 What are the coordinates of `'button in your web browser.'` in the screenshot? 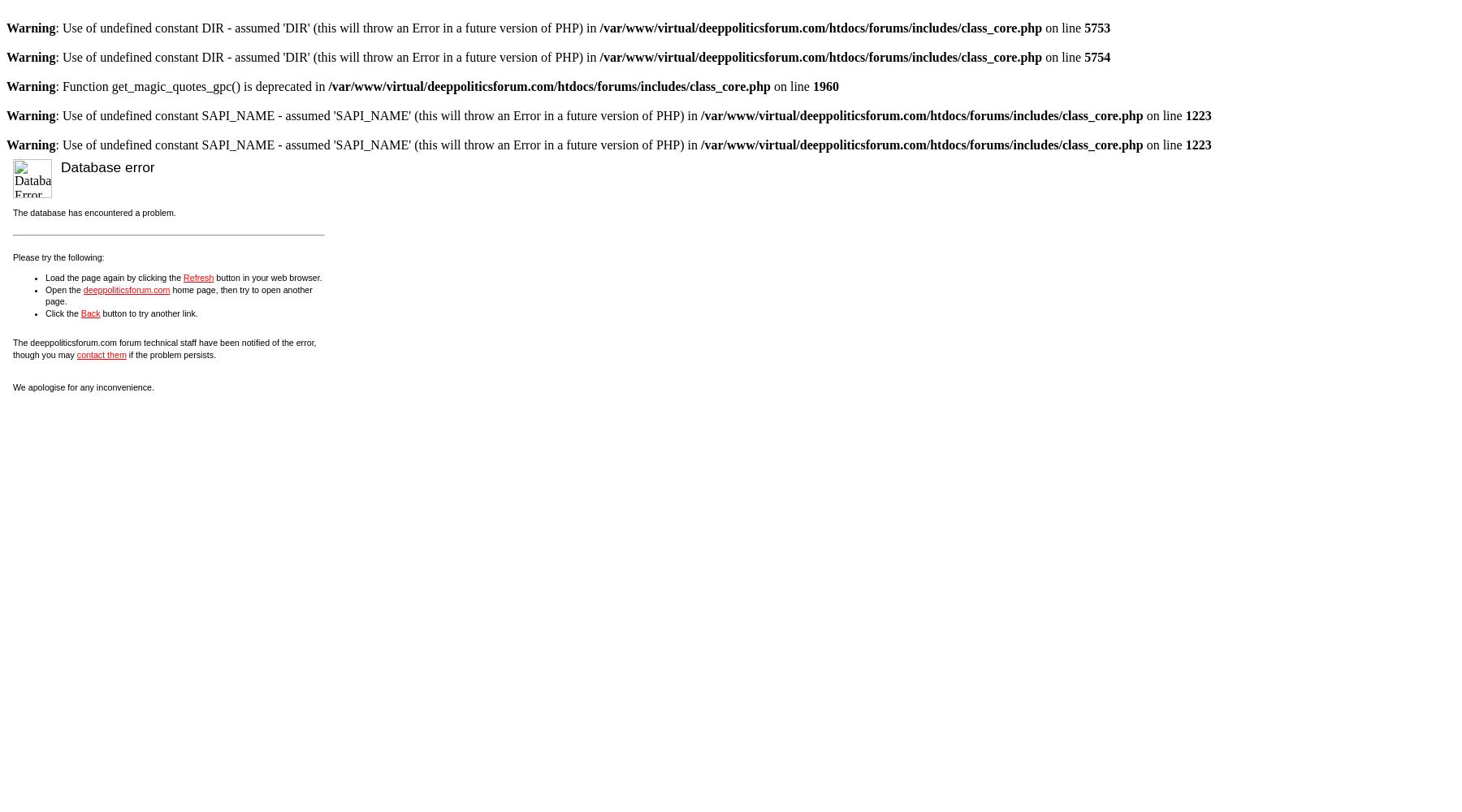 It's located at (266, 276).